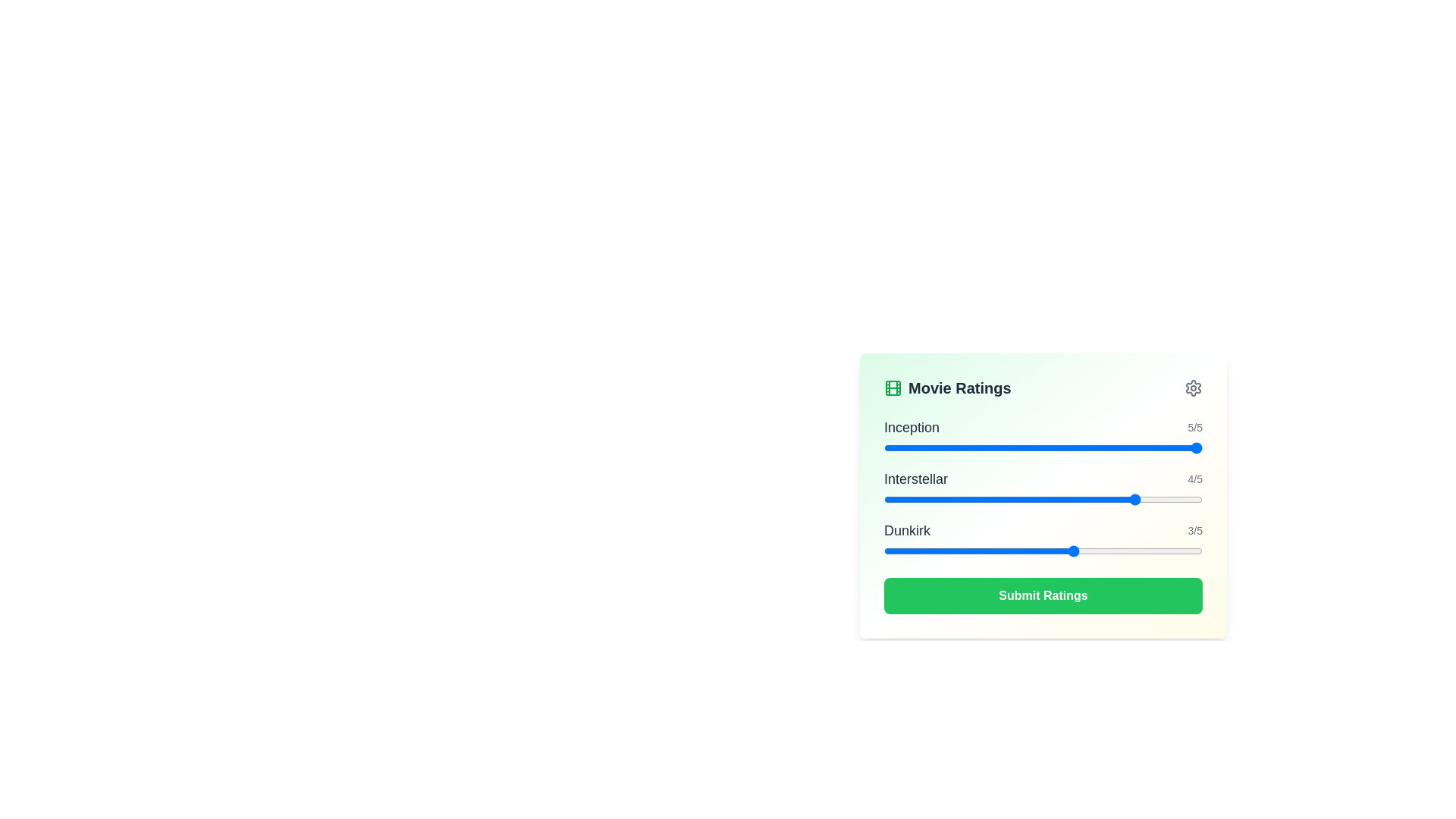 This screenshot has height=819, width=1456. Describe the element at coordinates (1012, 500) in the screenshot. I see `the rating for 'Interstellar'` at that location.